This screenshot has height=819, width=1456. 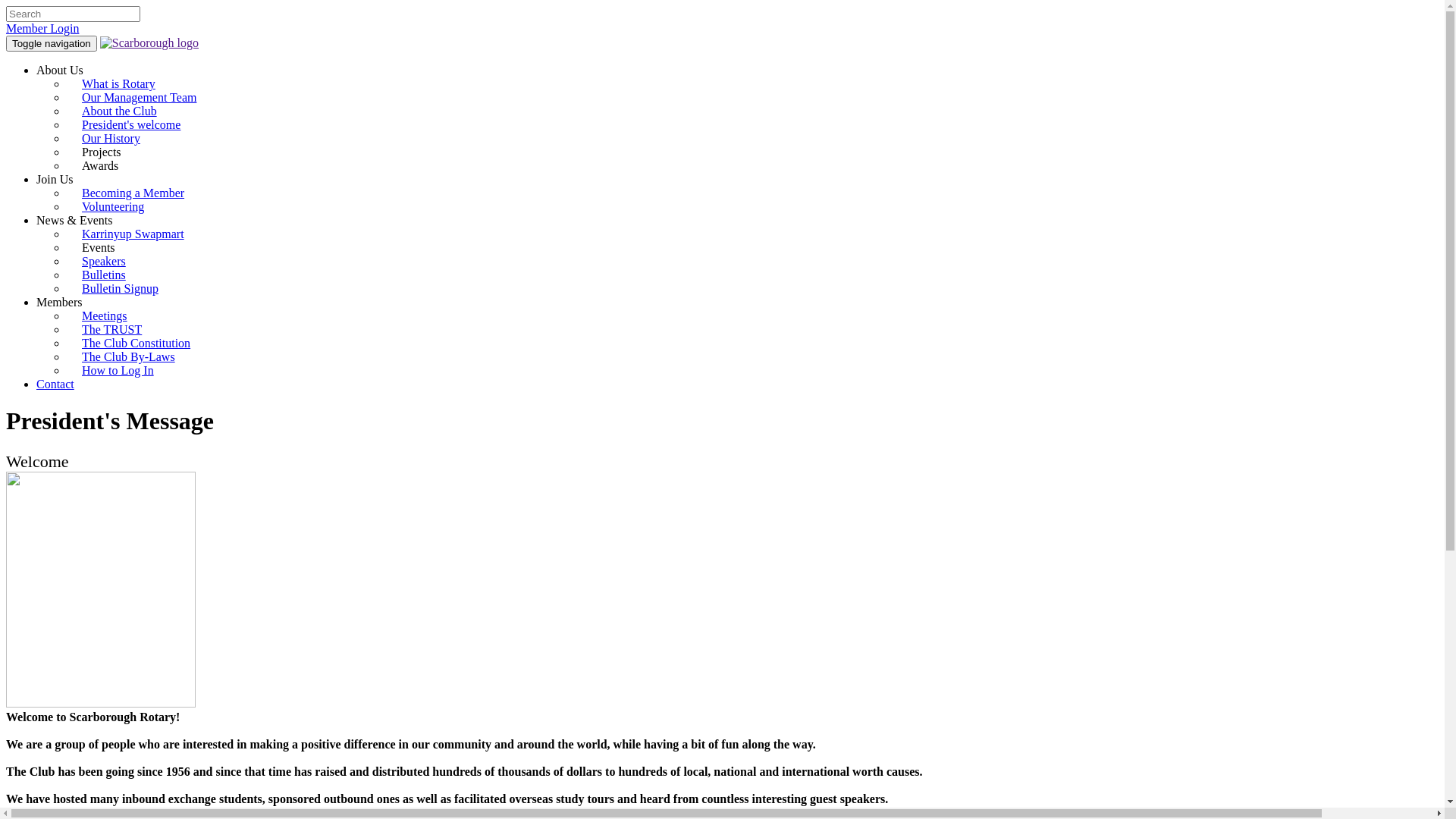 I want to click on 'Members', so click(x=58, y=302).